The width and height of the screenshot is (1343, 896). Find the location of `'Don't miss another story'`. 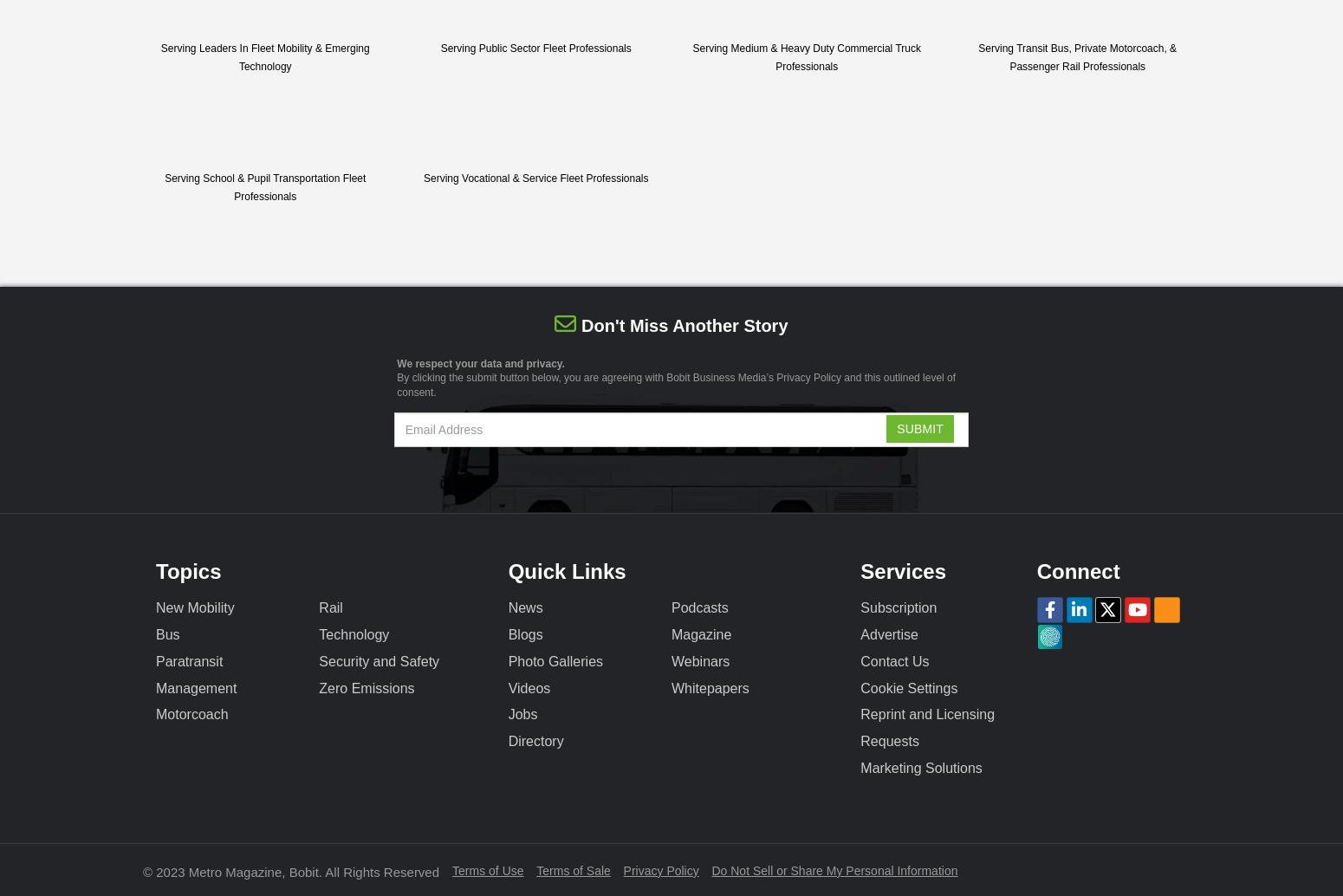

'Don't miss another story' is located at coordinates (684, 324).